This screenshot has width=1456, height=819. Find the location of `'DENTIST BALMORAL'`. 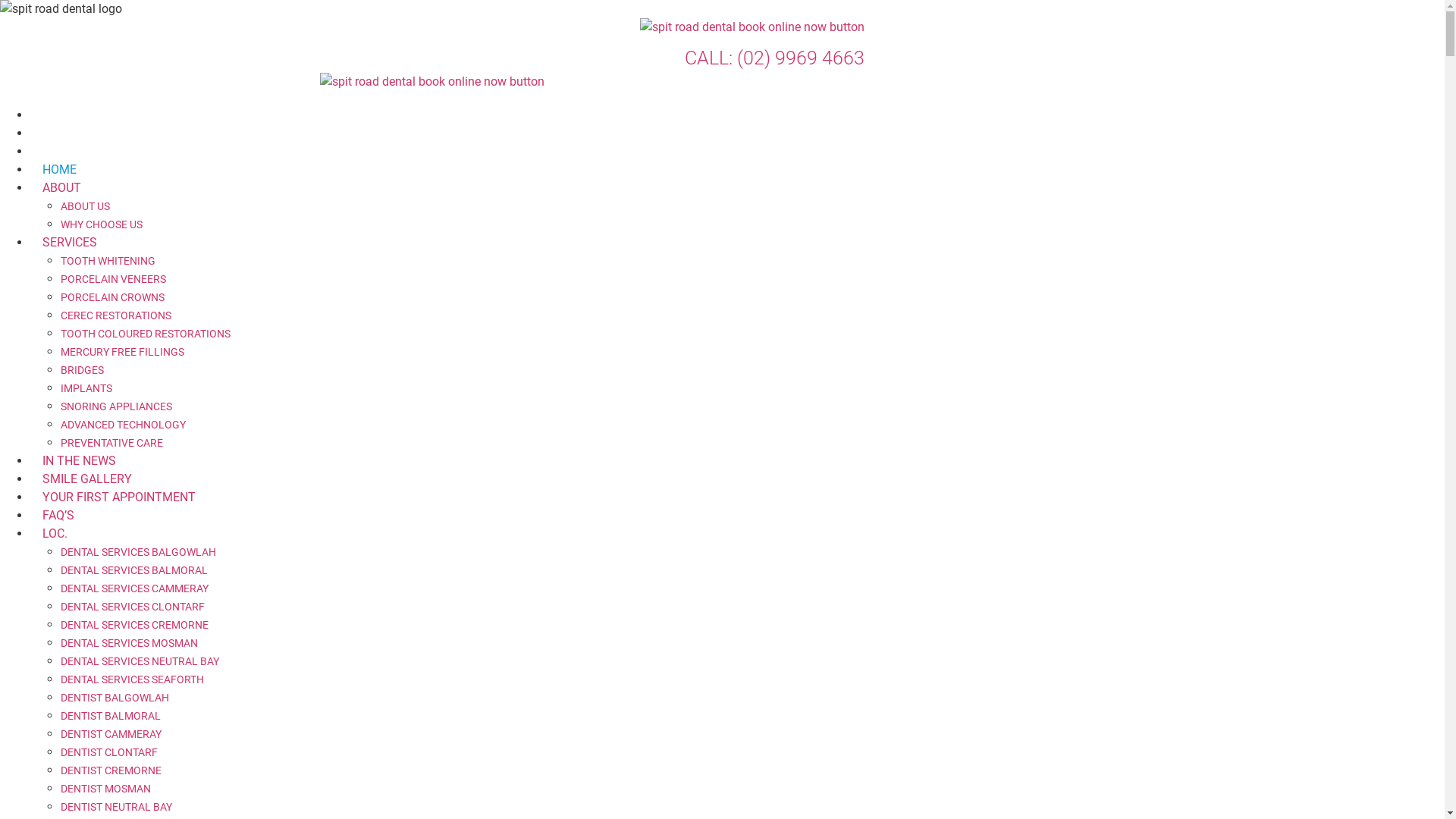

'DENTIST BALMORAL' is located at coordinates (109, 716).